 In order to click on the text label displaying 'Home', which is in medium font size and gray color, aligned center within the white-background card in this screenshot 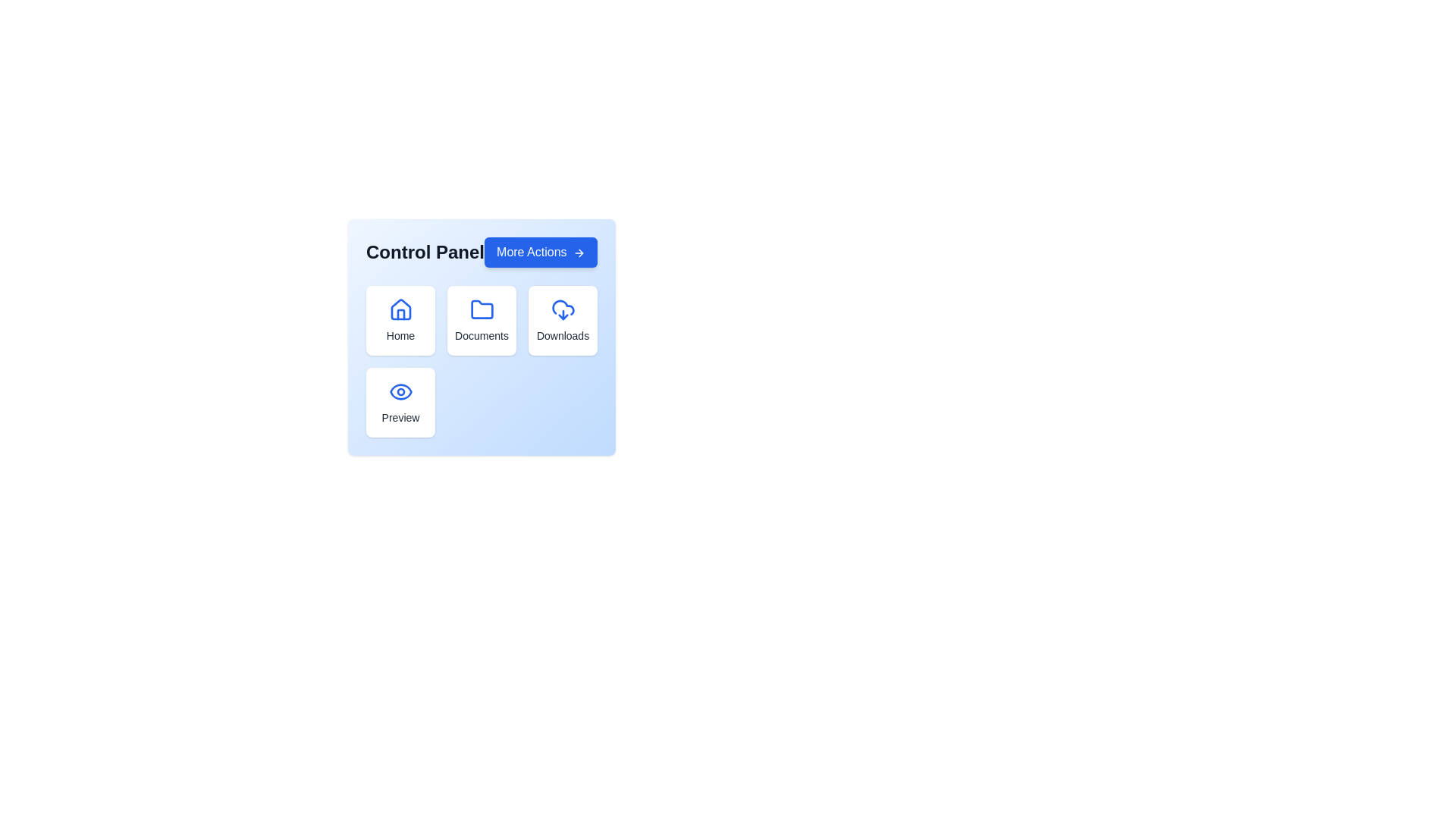, I will do `click(400, 335)`.